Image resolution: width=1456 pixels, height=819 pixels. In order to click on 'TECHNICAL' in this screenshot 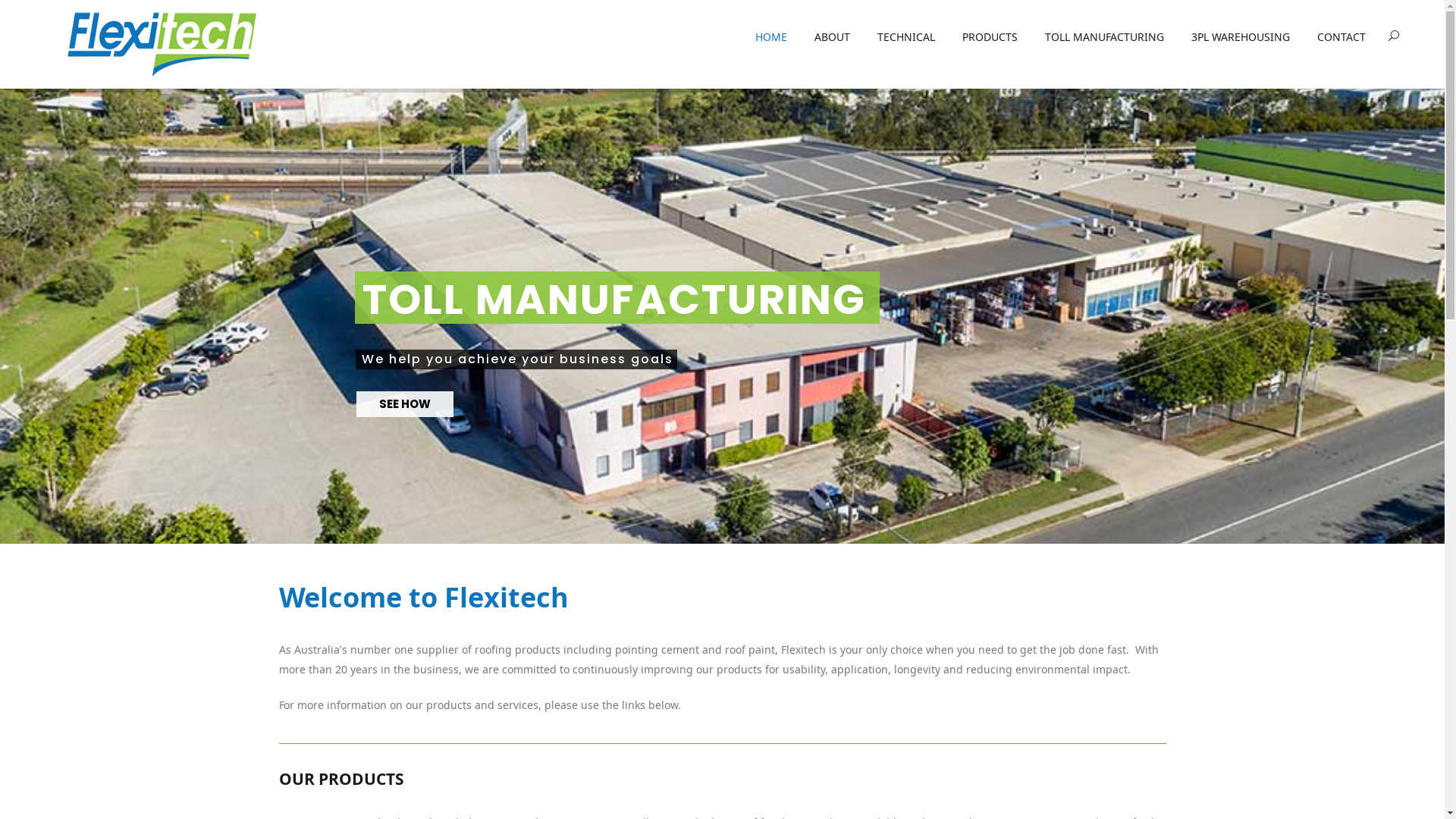, I will do `click(863, 37)`.